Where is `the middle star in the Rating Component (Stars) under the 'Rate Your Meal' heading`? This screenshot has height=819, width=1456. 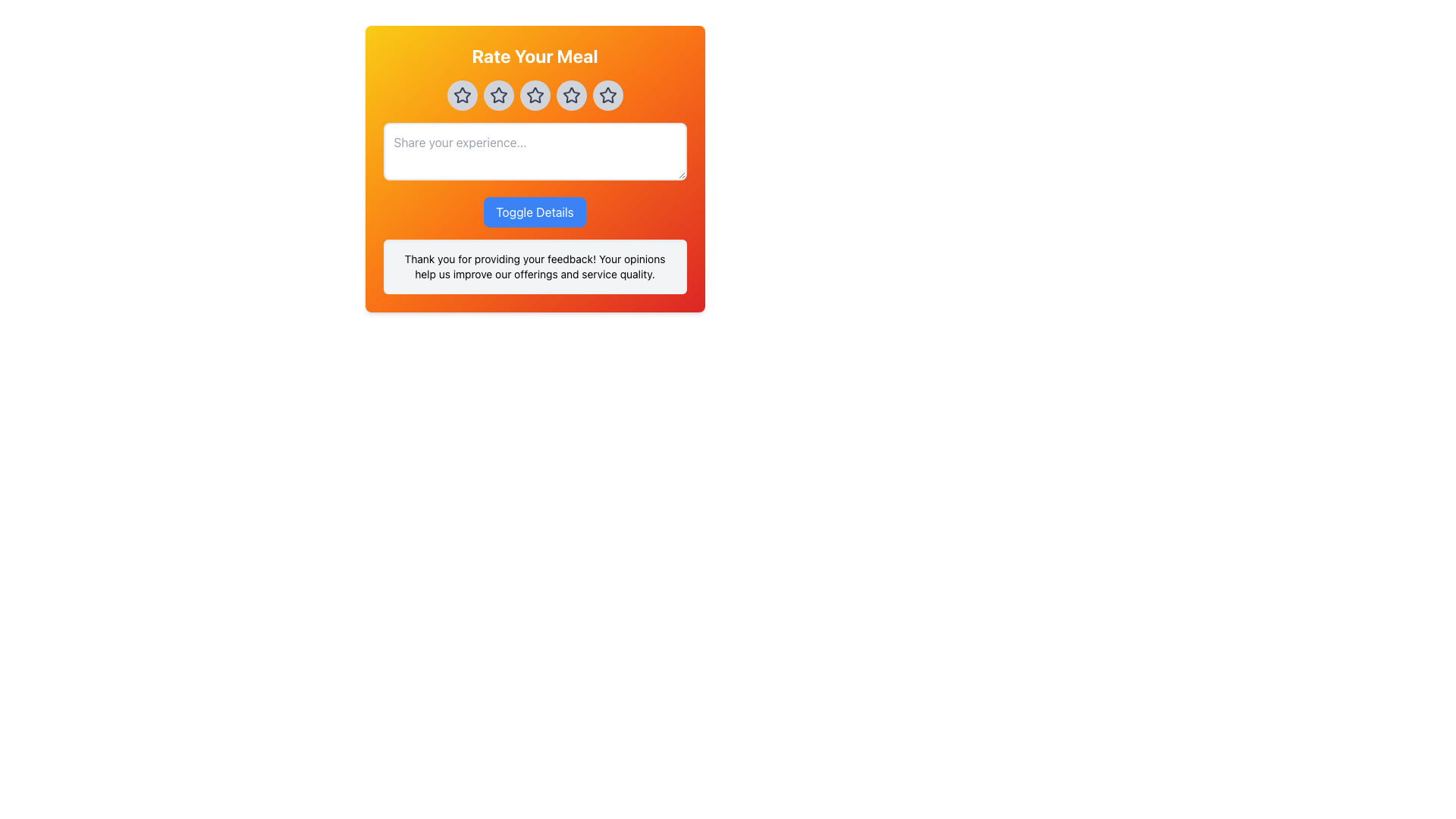 the middle star in the Rating Component (Stars) under the 'Rate Your Meal' heading is located at coordinates (535, 96).